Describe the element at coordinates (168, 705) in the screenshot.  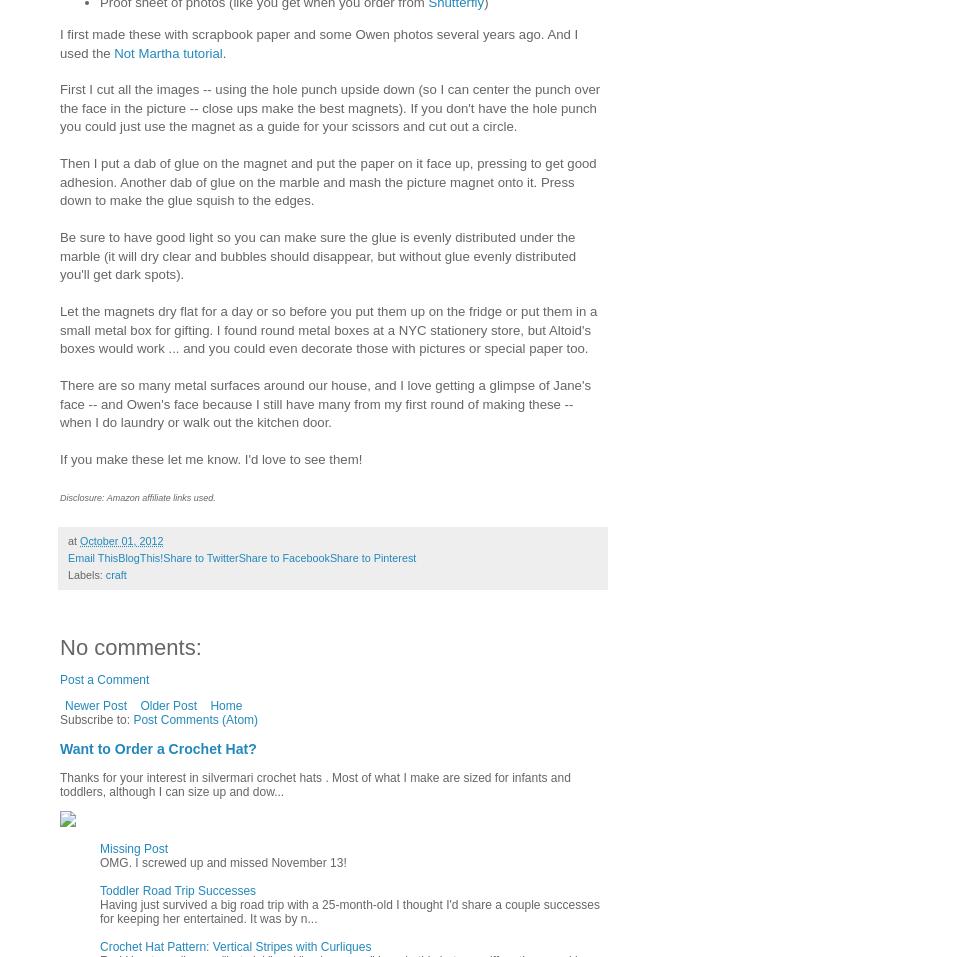
I see `'Older Post'` at that location.